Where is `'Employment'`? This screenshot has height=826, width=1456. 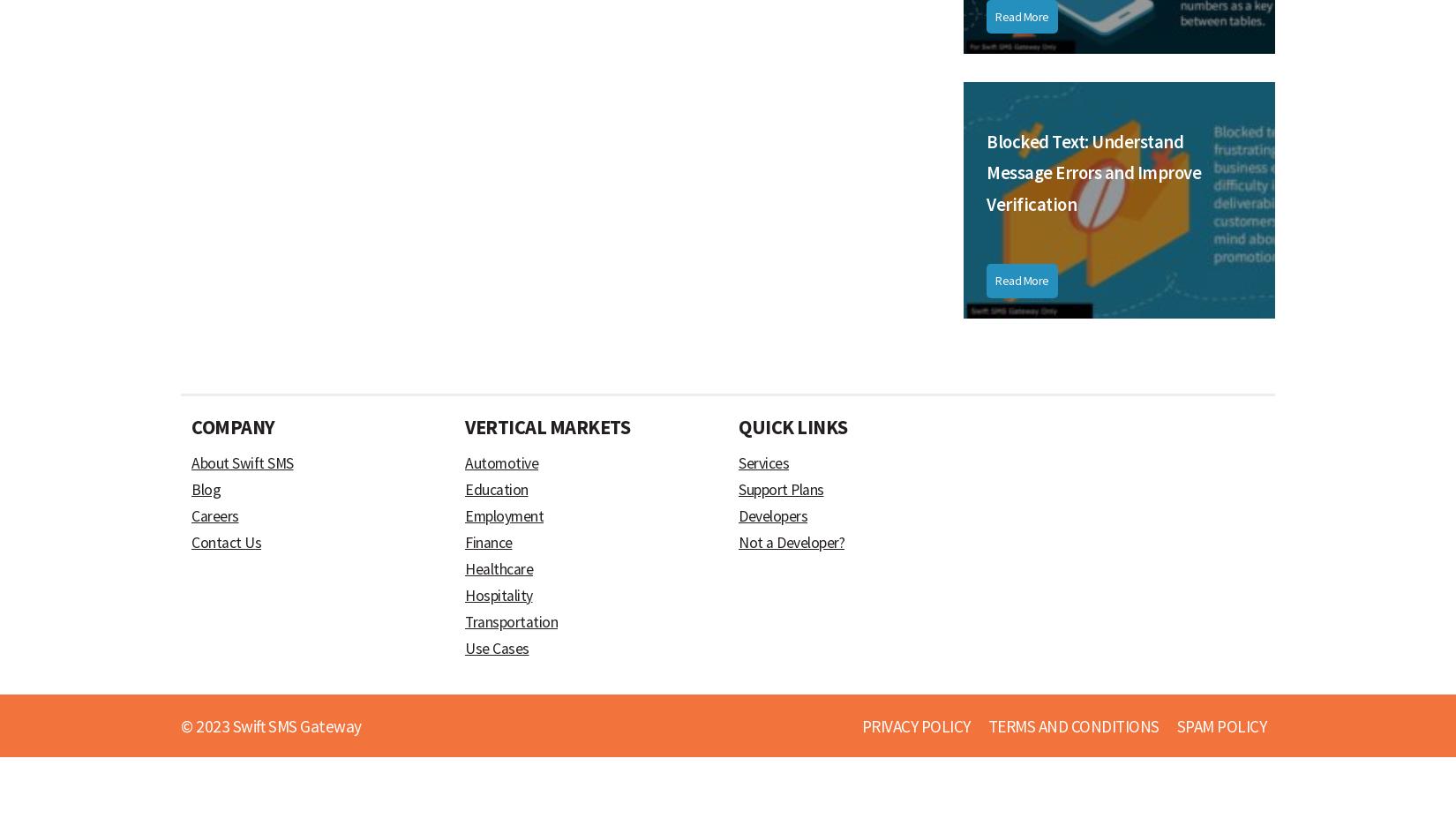
'Employment' is located at coordinates (464, 515).